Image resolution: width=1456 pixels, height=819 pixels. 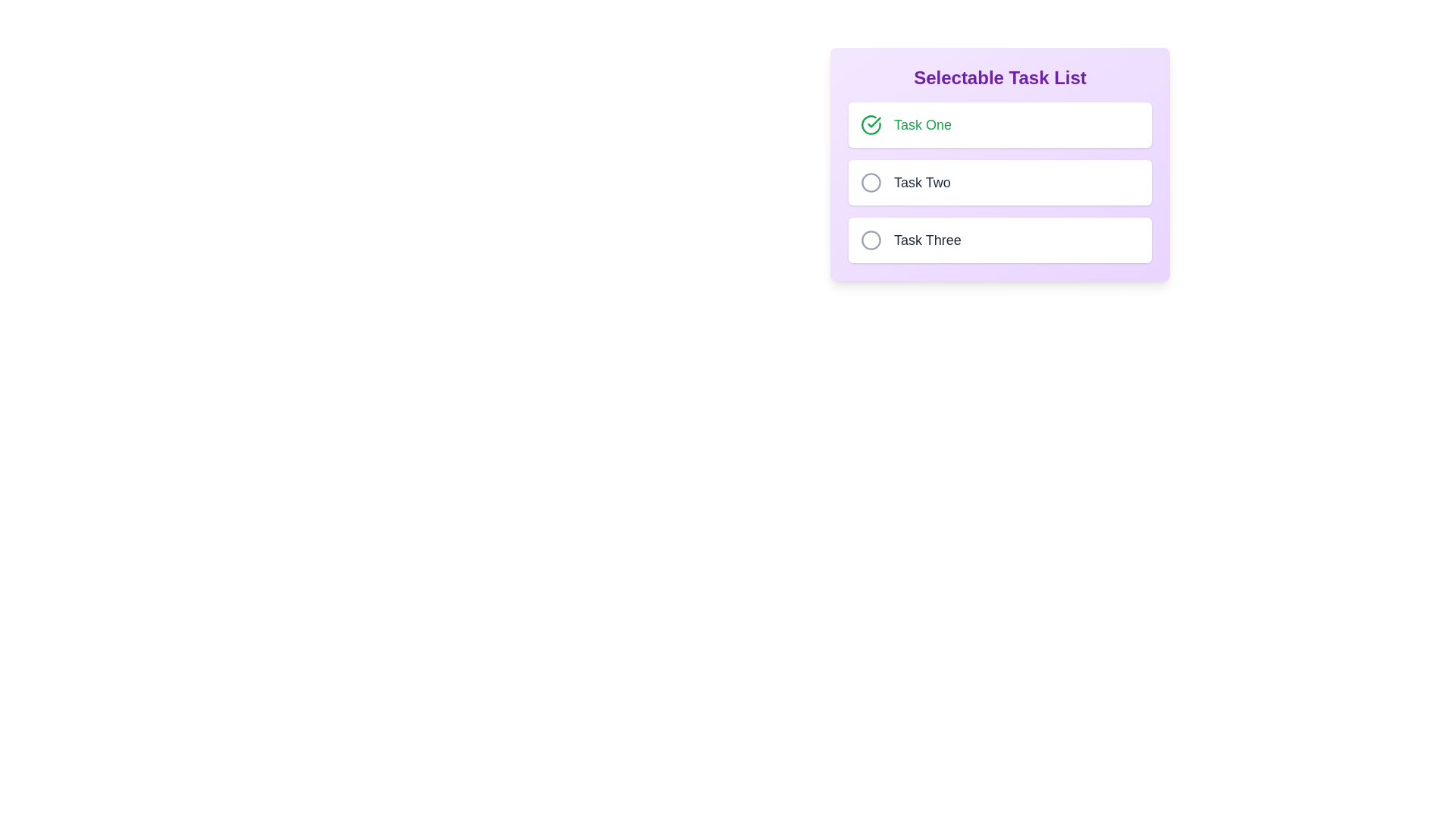 I want to click on the list item representing 'Task Two' within the selectable task list, so click(x=1000, y=164).